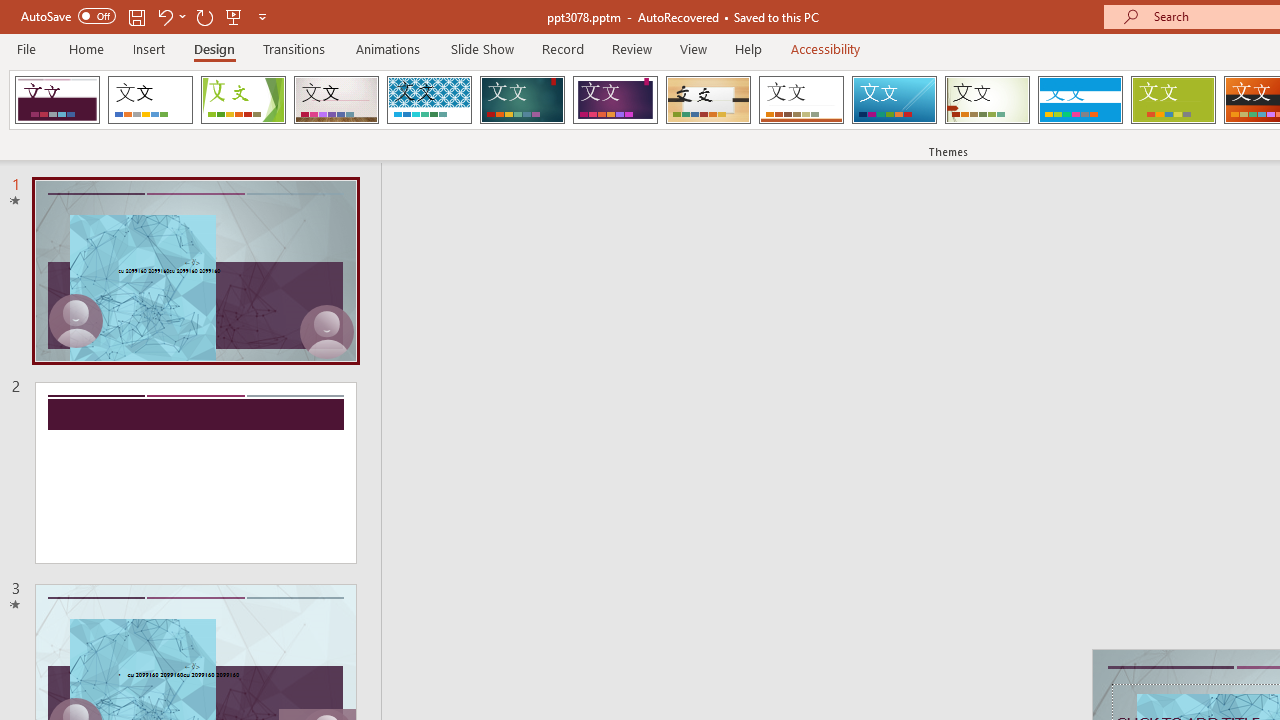  Describe the element at coordinates (747, 48) in the screenshot. I see `'Help'` at that location.